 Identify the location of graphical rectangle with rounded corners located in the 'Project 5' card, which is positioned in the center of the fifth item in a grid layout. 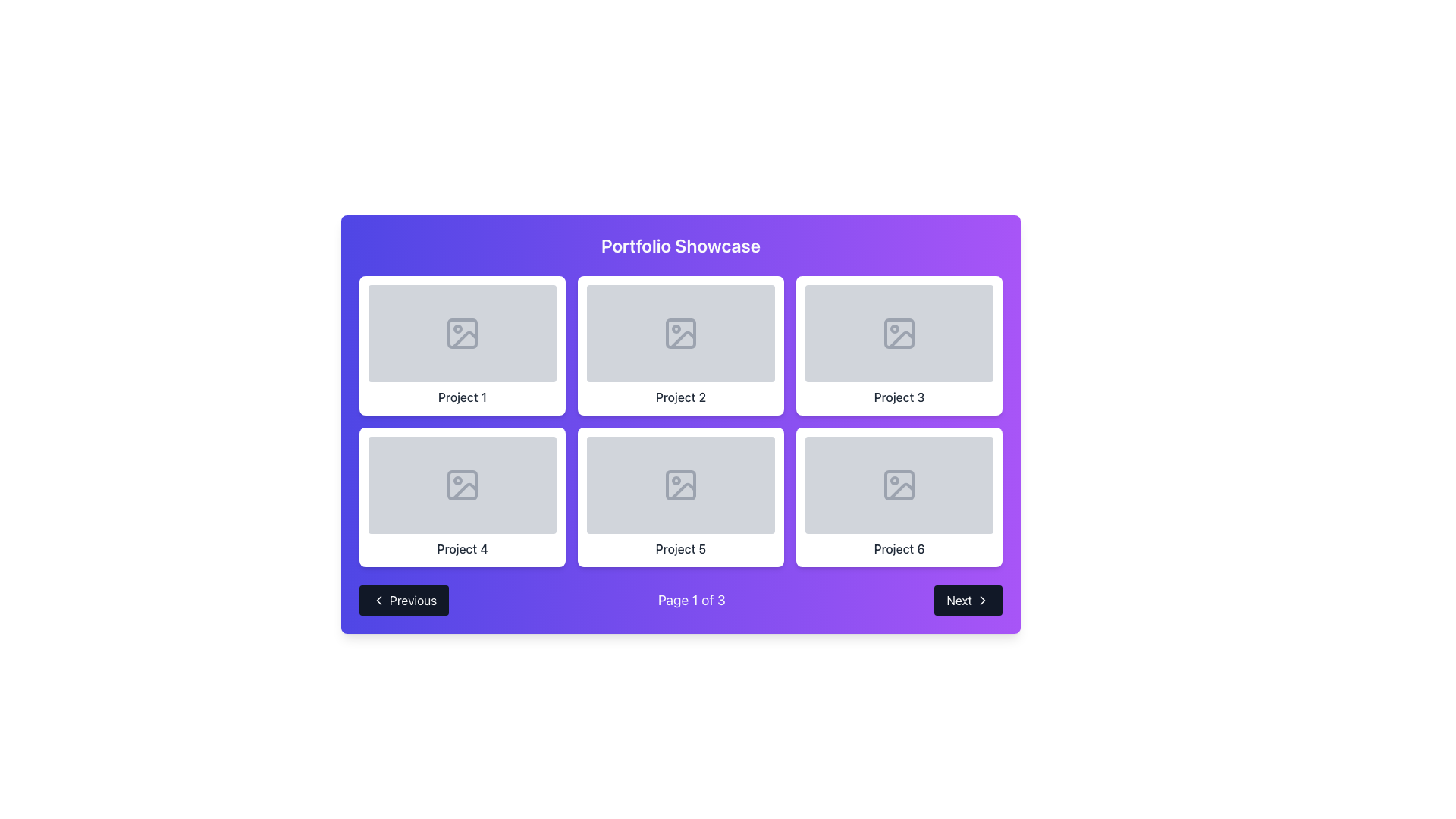
(679, 485).